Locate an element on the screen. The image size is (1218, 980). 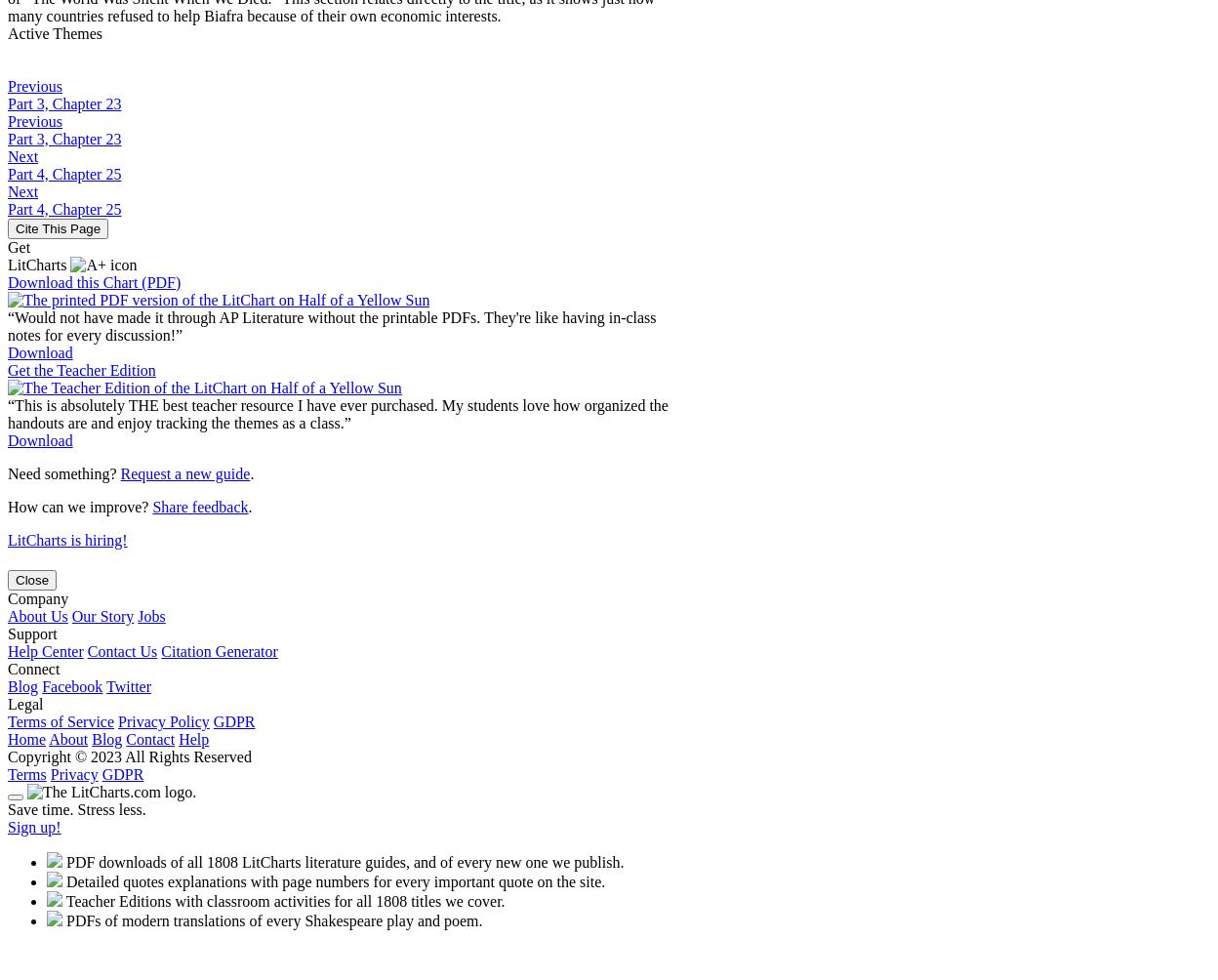
'Contact' is located at coordinates (150, 738).